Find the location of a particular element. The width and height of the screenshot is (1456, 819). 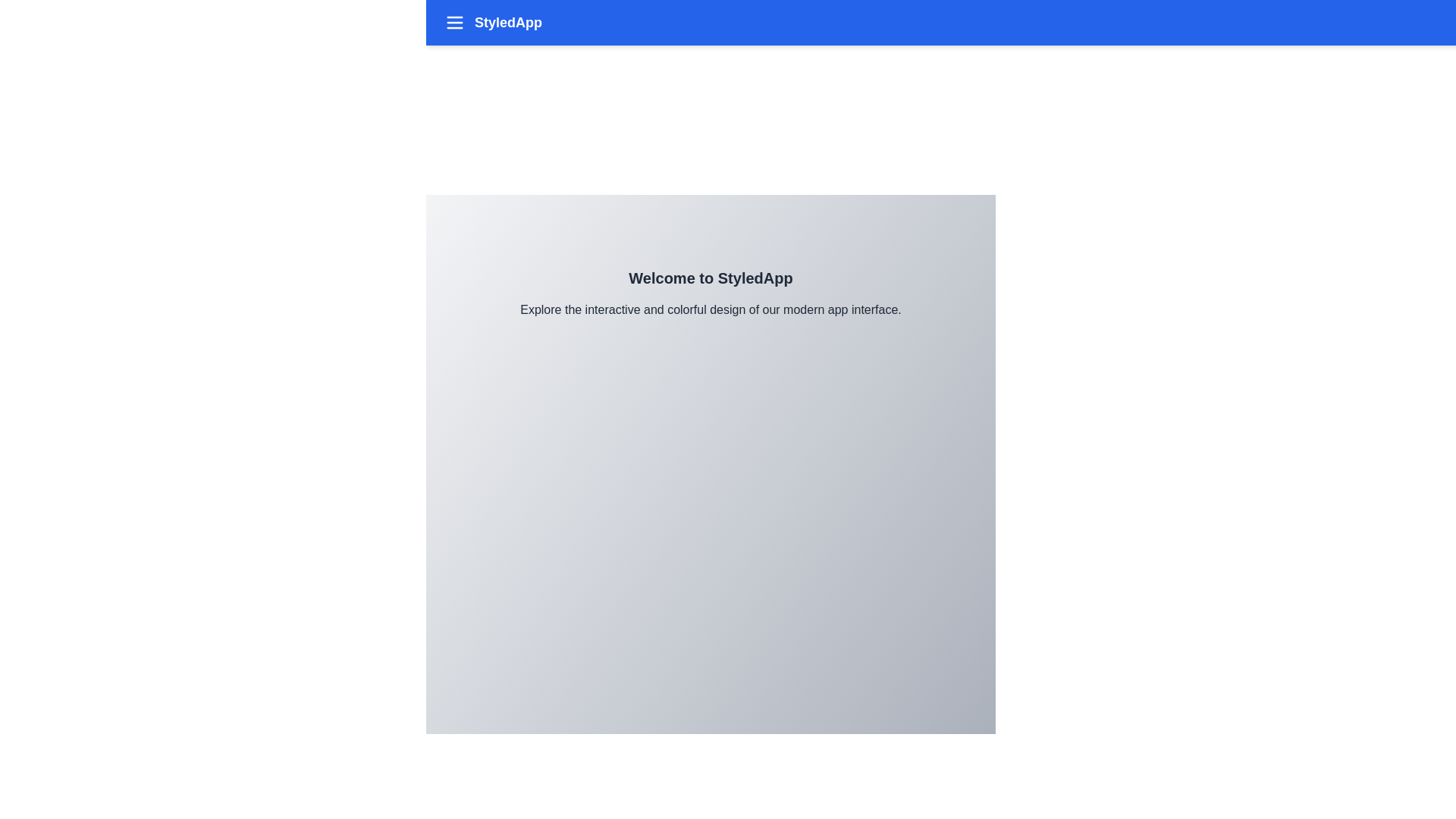

the menu icon to toggle the menu is located at coordinates (454, 23).